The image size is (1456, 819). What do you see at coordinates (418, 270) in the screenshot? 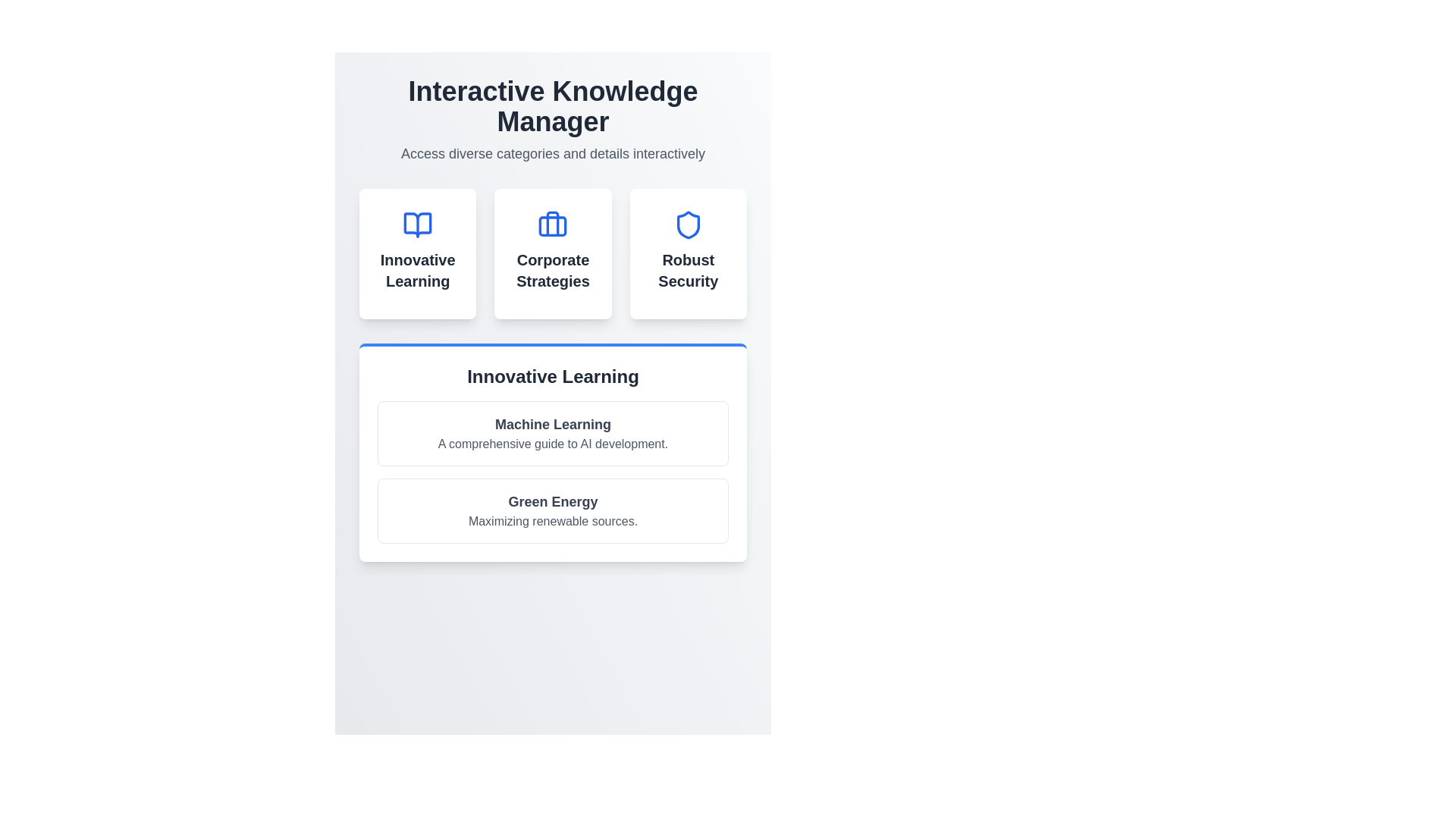
I see `the Header or Title text element that serves as a descriptive title for the respective card, located in the first column of a three-element grid layout` at bounding box center [418, 270].